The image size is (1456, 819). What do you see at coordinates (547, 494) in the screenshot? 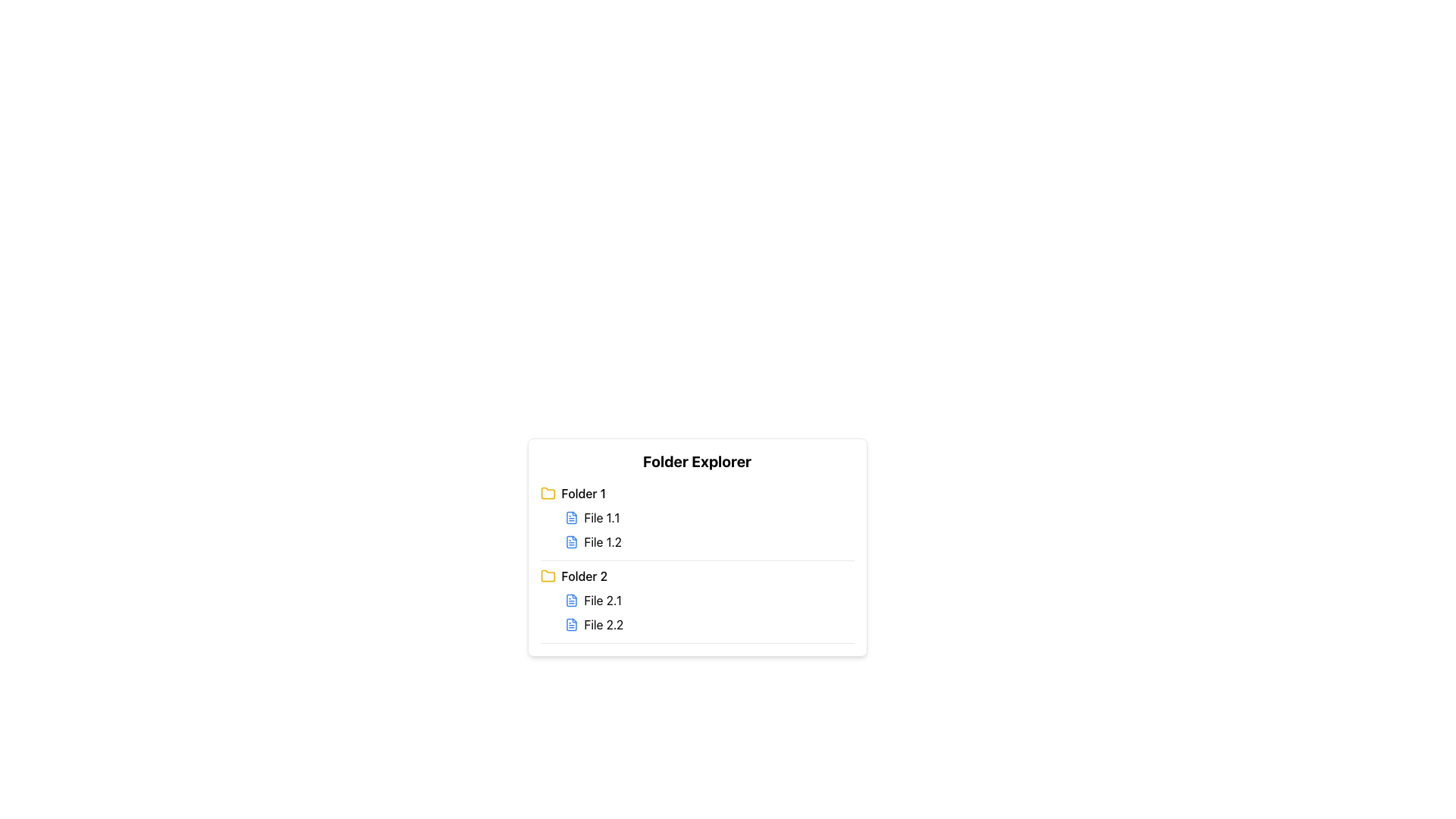
I see `the small yellow folder icon located immediately to the left of the text labeled 'Folder 1'` at bounding box center [547, 494].